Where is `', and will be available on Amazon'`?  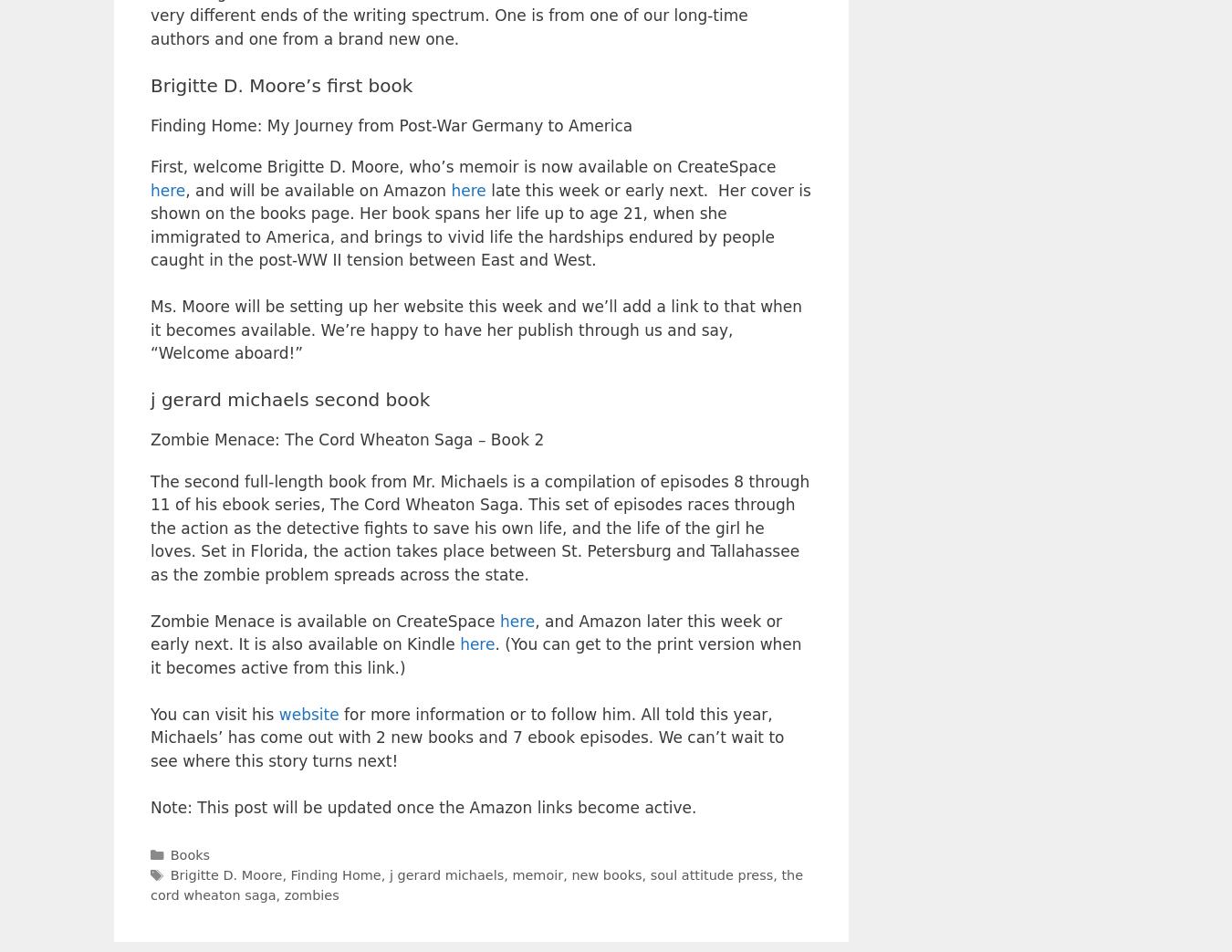
', and will be available on Amazon' is located at coordinates (318, 188).